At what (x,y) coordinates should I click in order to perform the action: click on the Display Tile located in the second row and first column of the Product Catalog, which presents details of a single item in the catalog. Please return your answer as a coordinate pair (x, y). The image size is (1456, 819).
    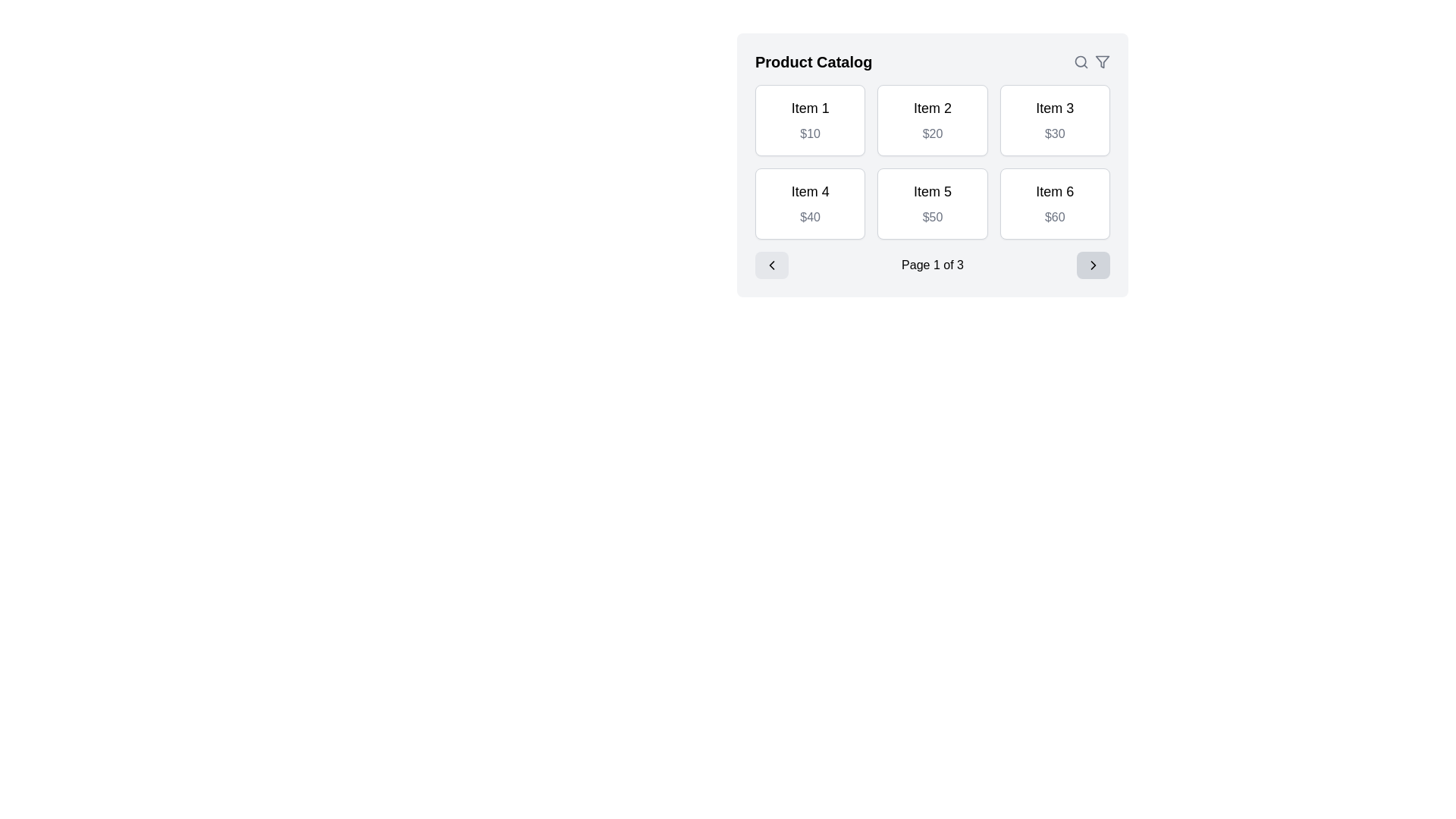
    Looking at the image, I should click on (809, 203).